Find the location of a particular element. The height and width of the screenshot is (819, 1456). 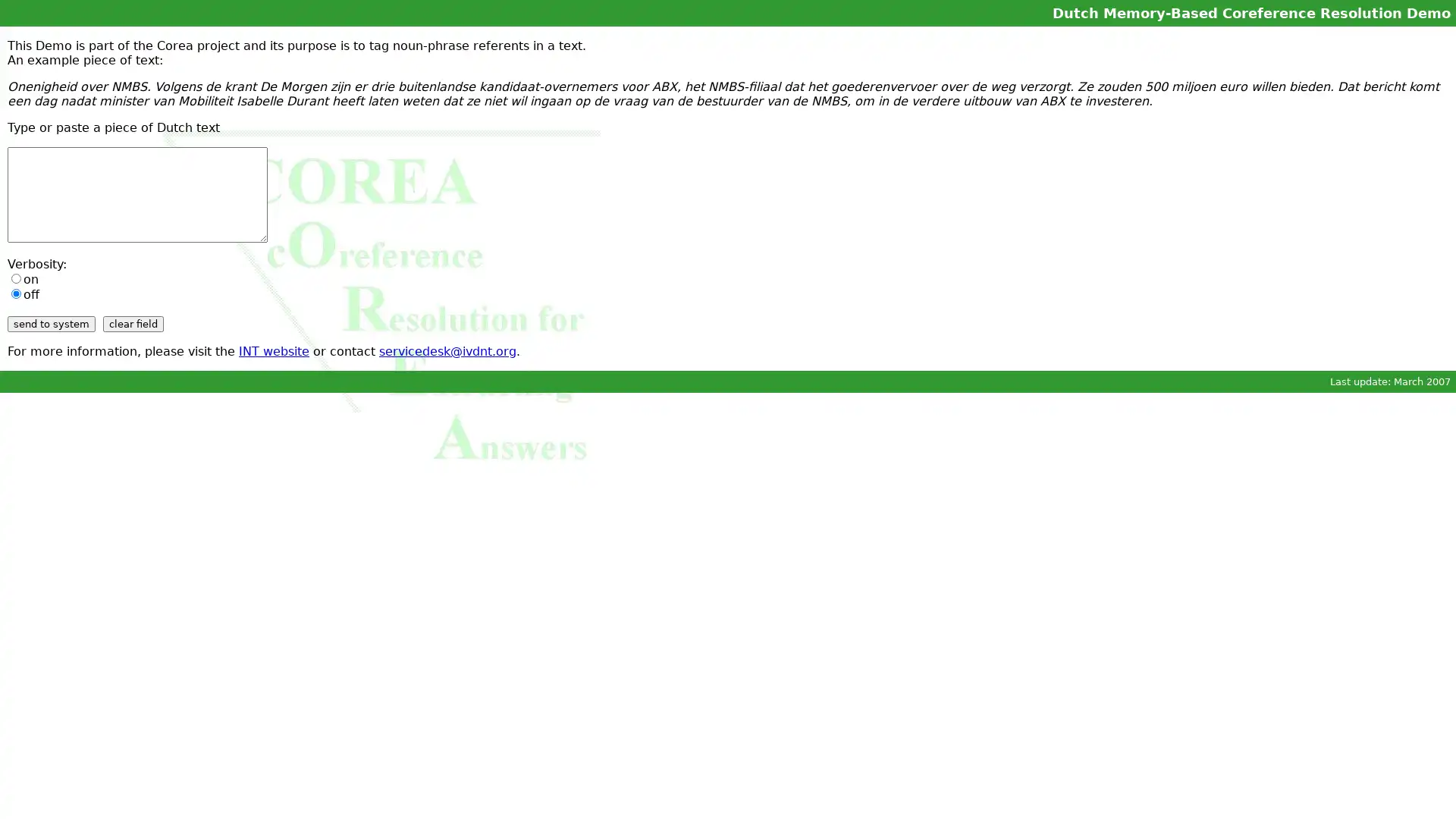

send to system is located at coordinates (51, 323).